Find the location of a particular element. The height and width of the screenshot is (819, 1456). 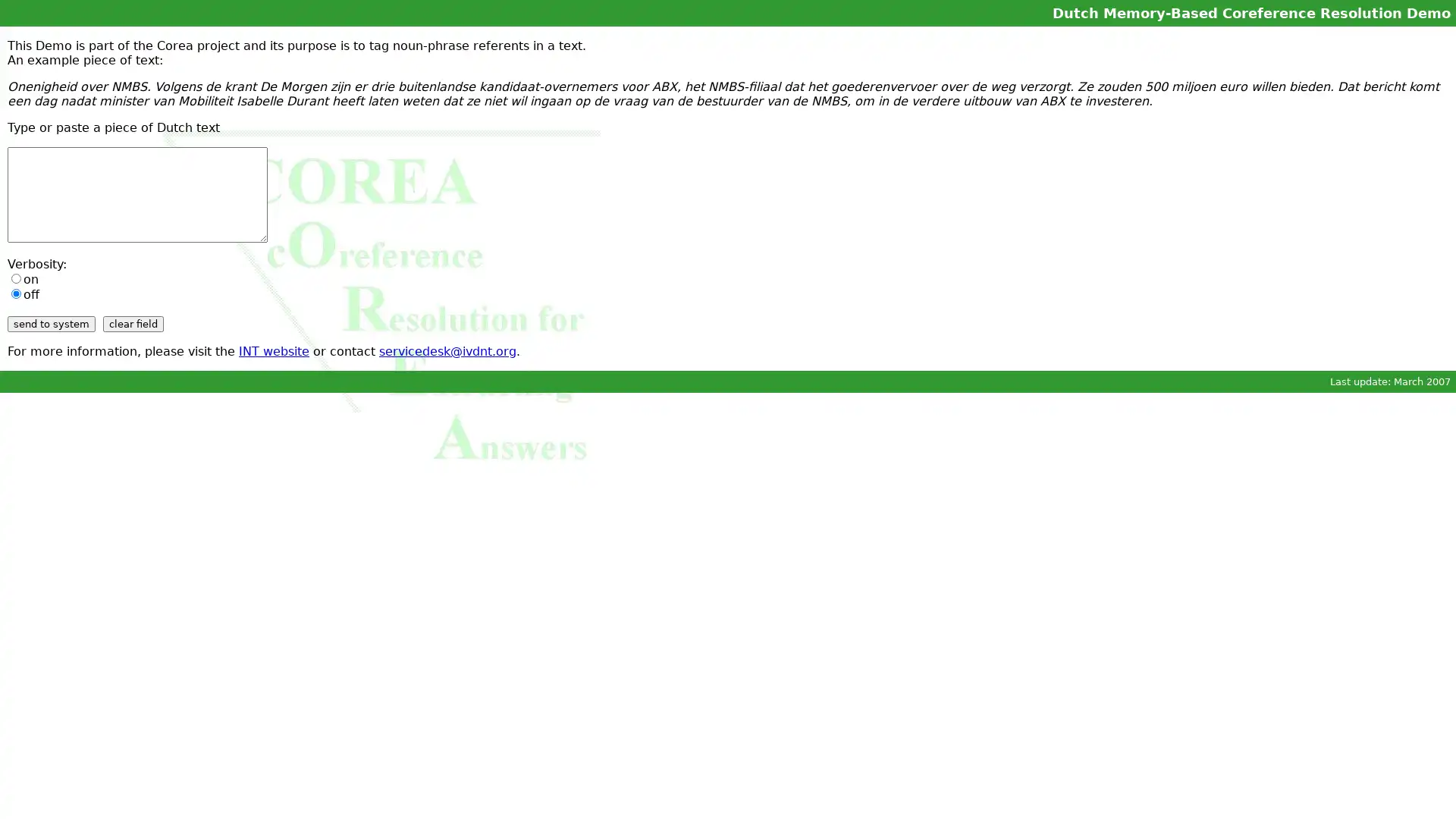

send to system is located at coordinates (51, 323).